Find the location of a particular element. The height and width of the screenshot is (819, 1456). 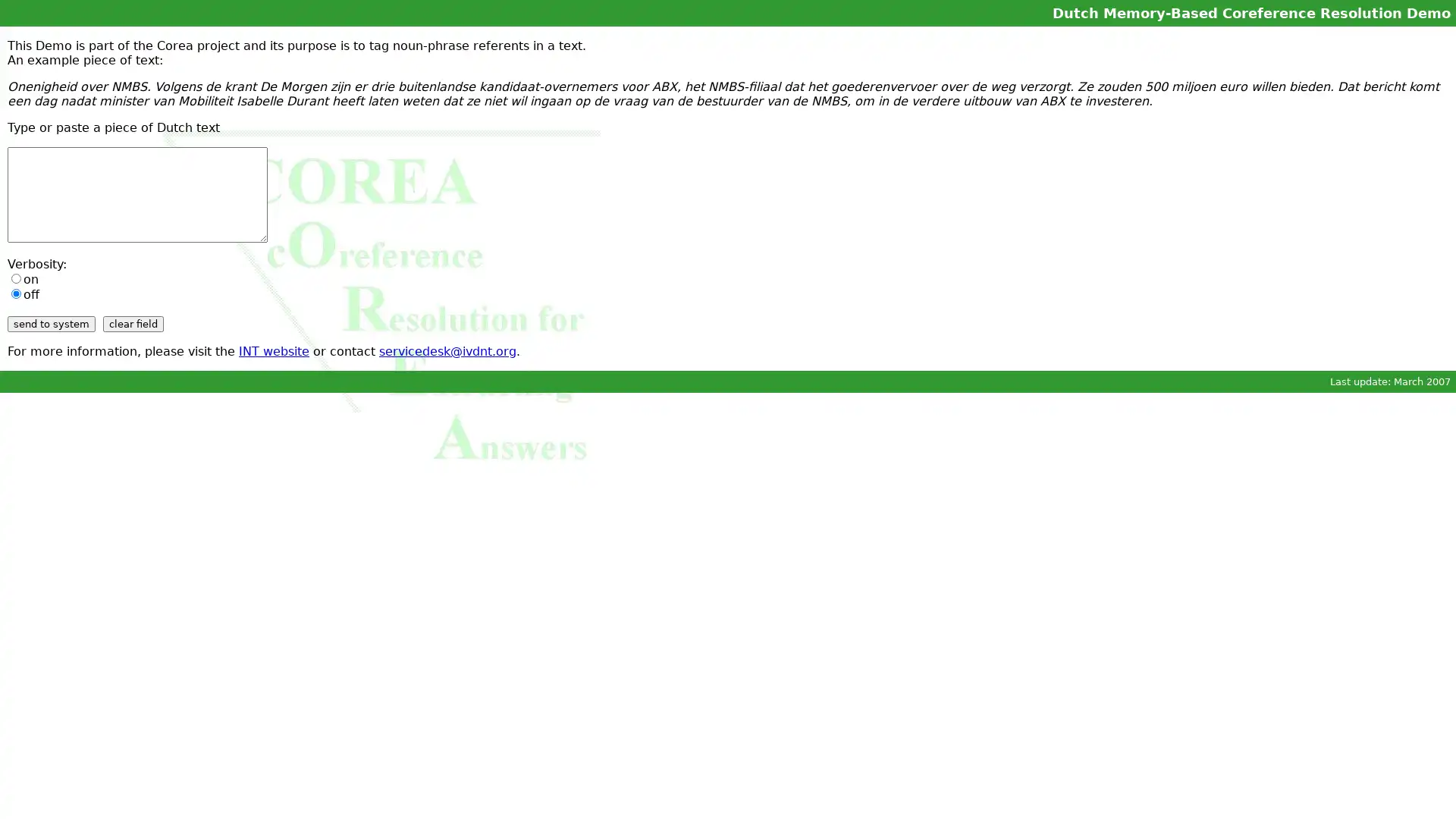

send to system is located at coordinates (51, 323).